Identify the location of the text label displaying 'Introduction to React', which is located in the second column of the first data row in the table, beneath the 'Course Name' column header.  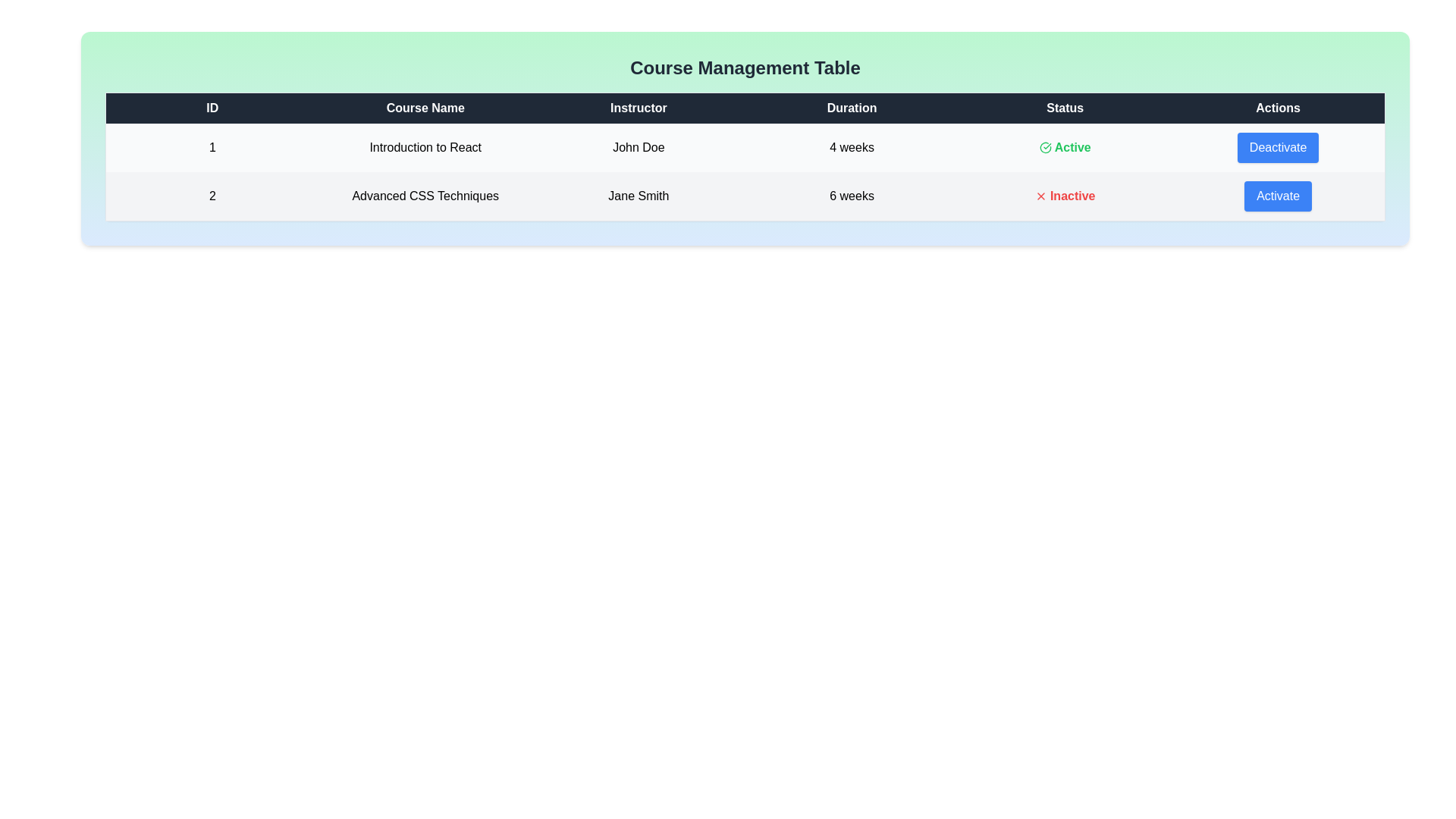
(425, 148).